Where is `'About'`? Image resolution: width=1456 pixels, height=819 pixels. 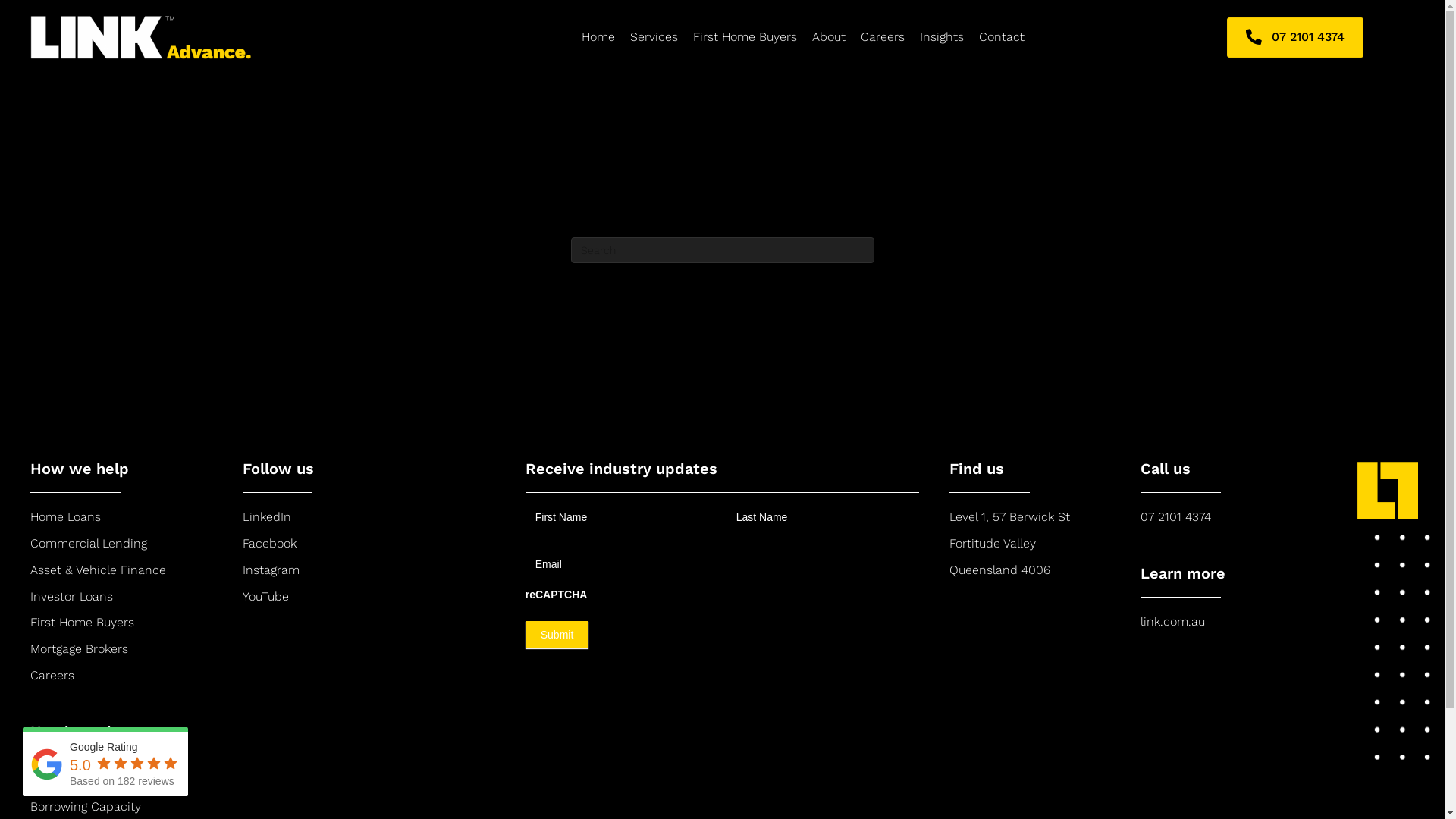
'About' is located at coordinates (828, 36).